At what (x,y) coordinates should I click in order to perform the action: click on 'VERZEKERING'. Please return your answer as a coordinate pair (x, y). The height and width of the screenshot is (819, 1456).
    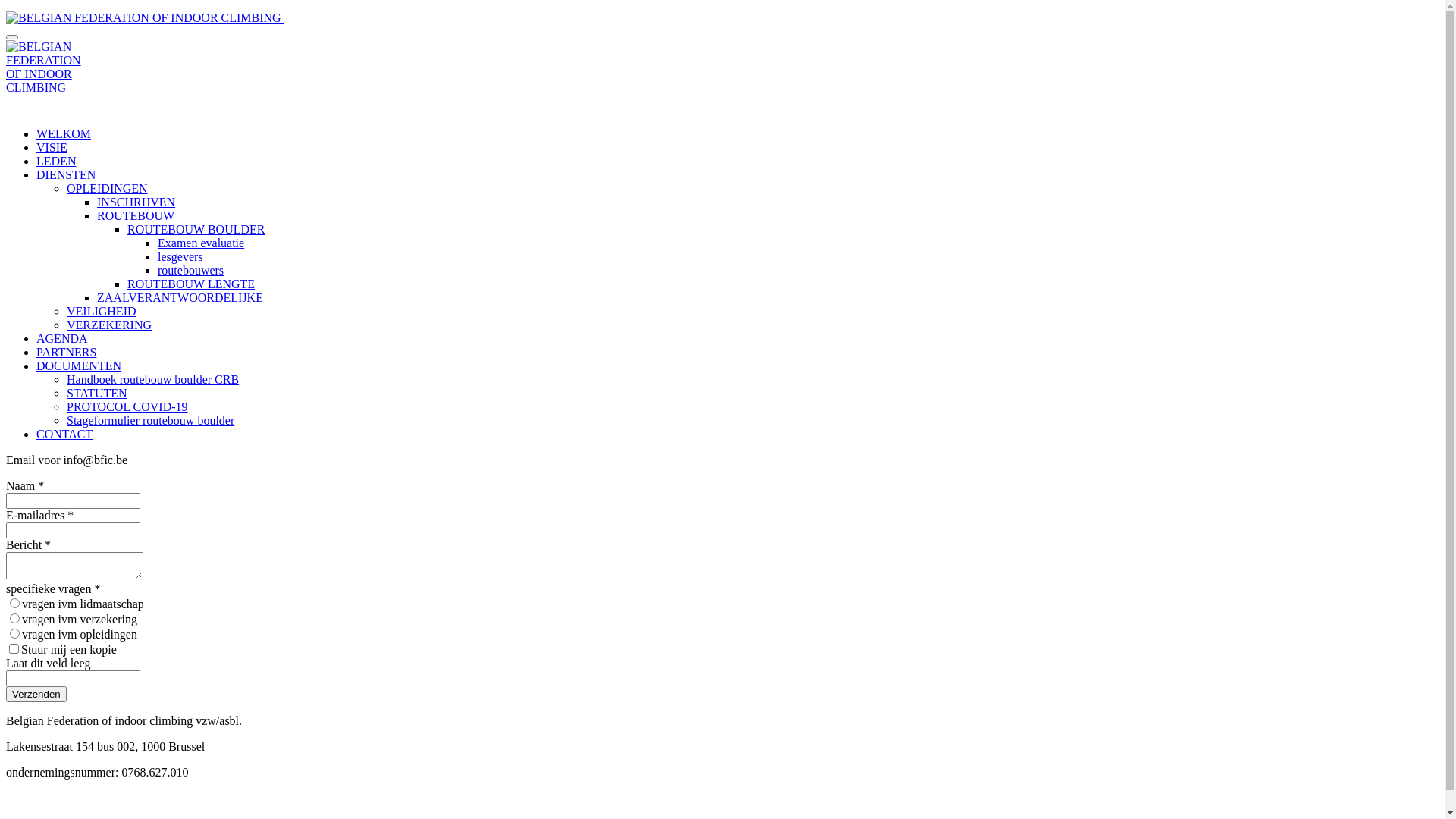
    Looking at the image, I should click on (108, 324).